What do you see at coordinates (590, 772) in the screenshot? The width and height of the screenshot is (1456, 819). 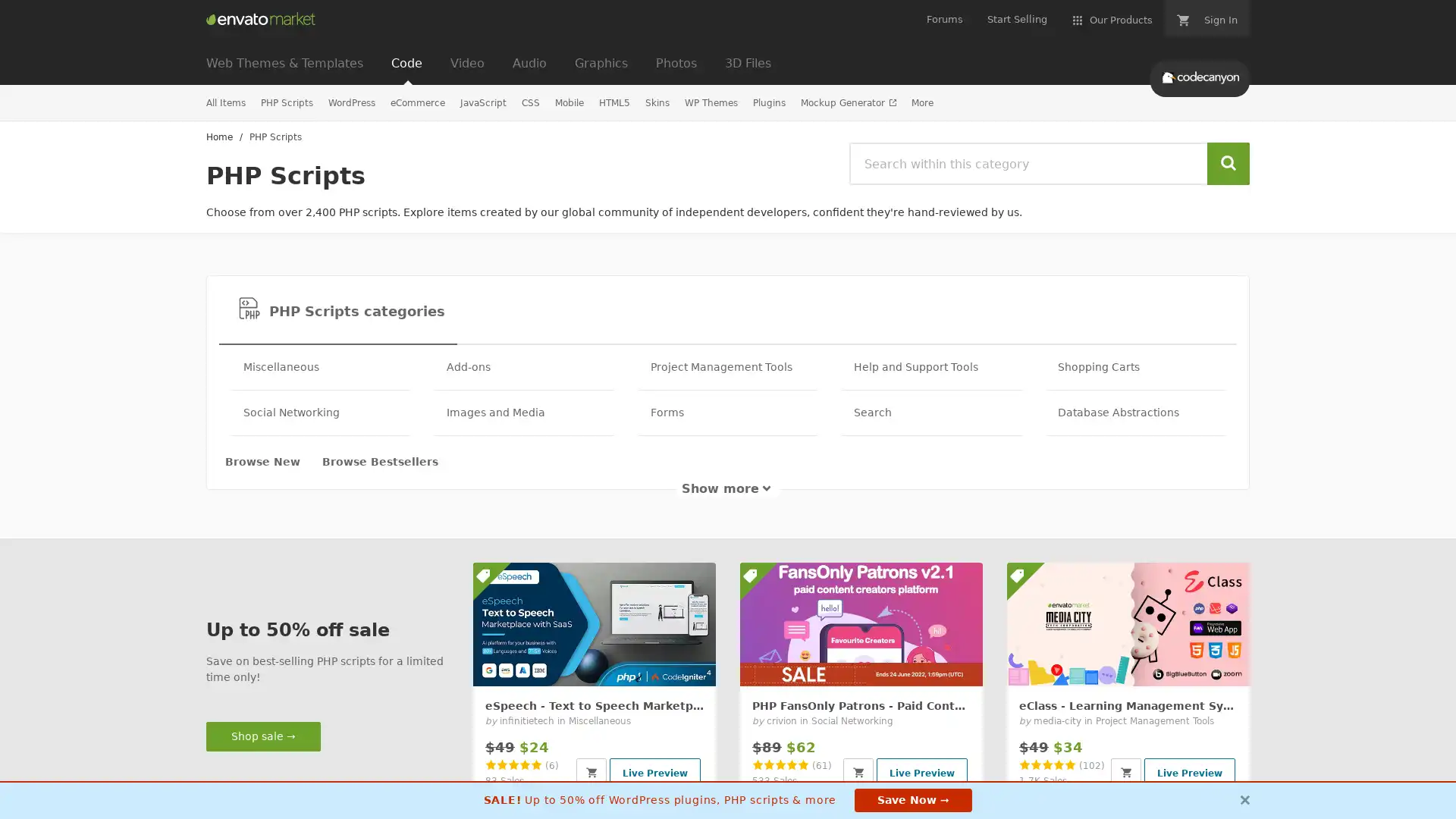 I see `Add to cart` at bounding box center [590, 772].